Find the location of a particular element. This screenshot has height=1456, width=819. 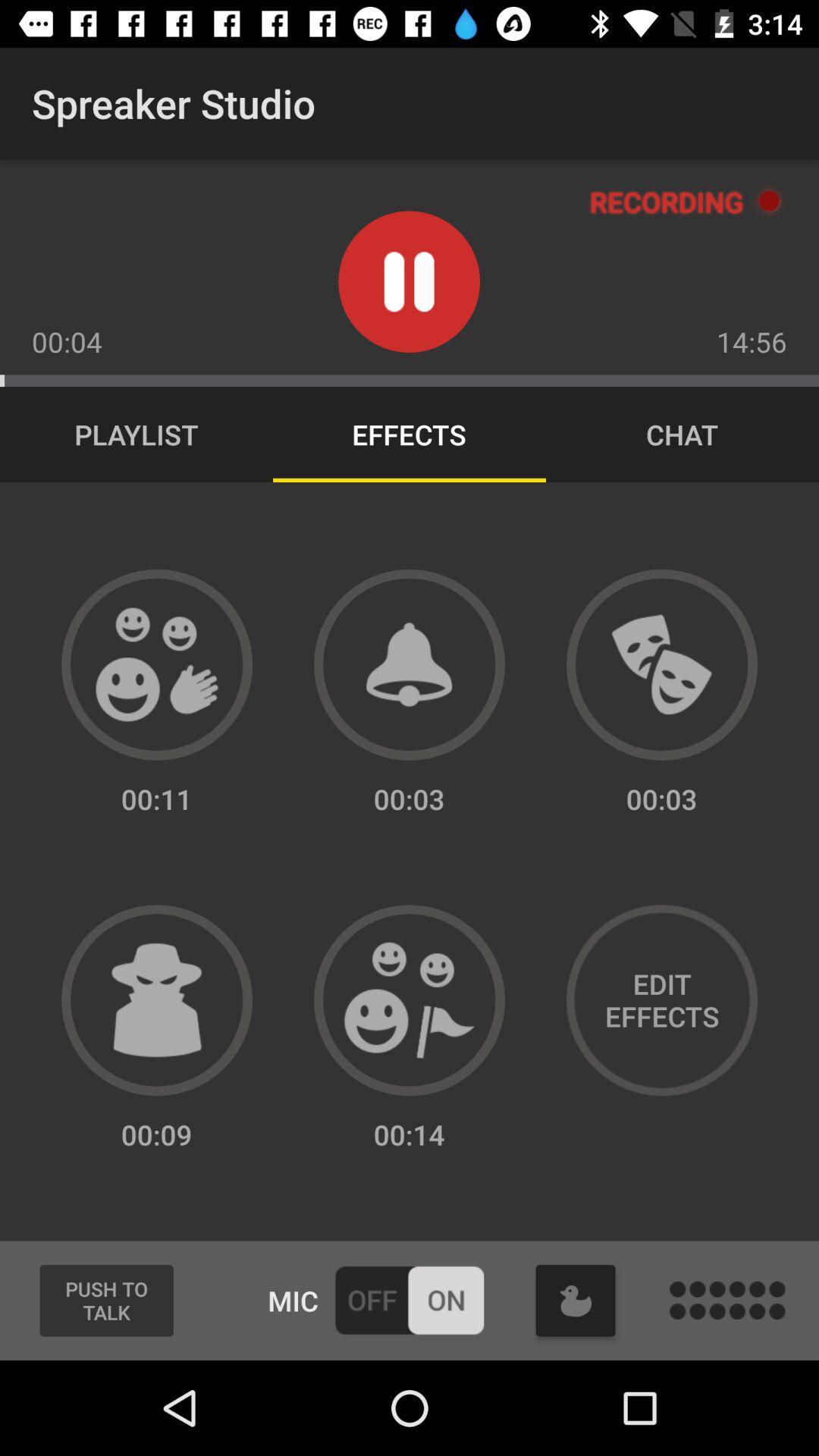

push to is located at coordinates (105, 1300).